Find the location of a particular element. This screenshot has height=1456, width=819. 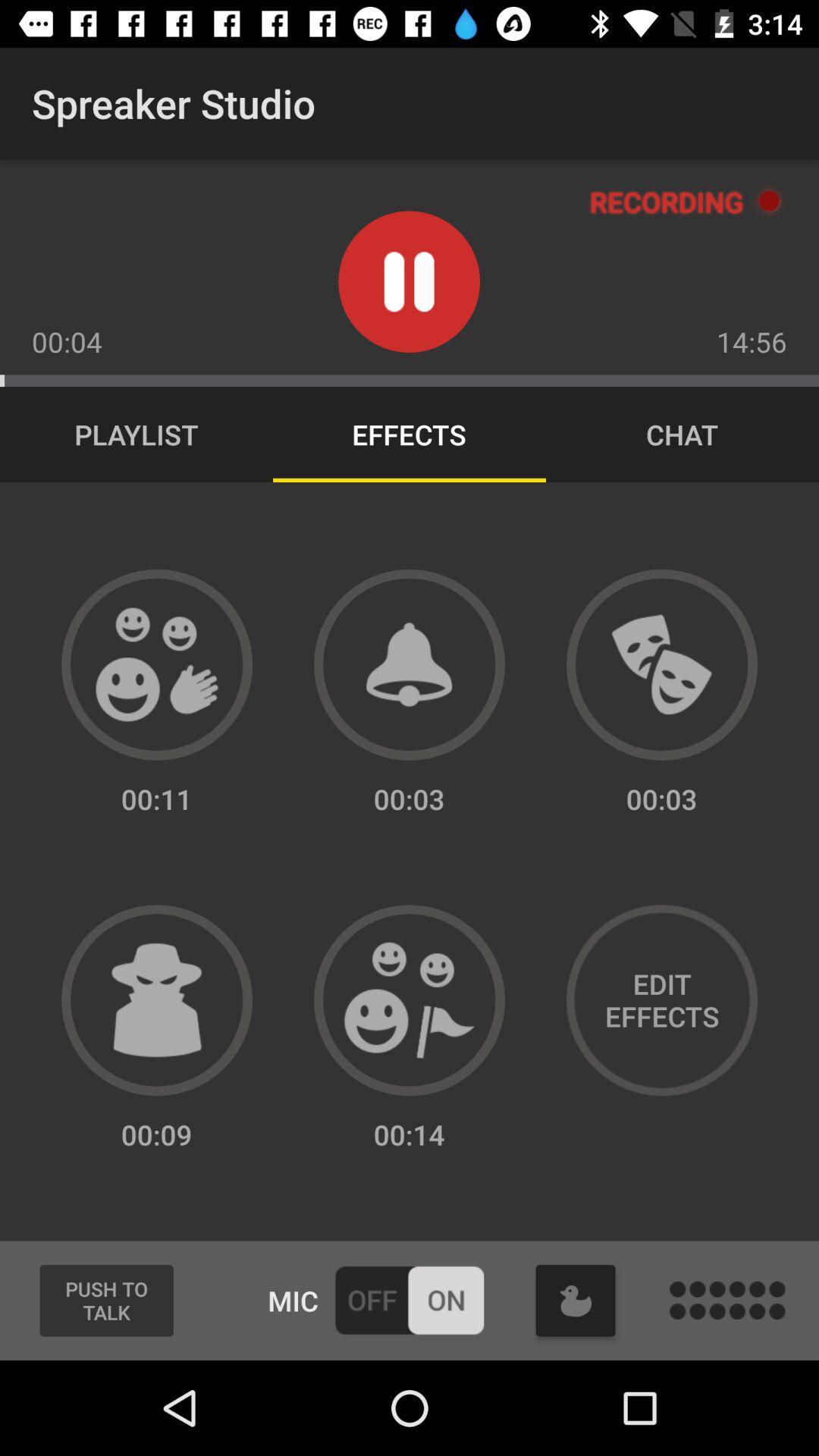

push to is located at coordinates (105, 1300).